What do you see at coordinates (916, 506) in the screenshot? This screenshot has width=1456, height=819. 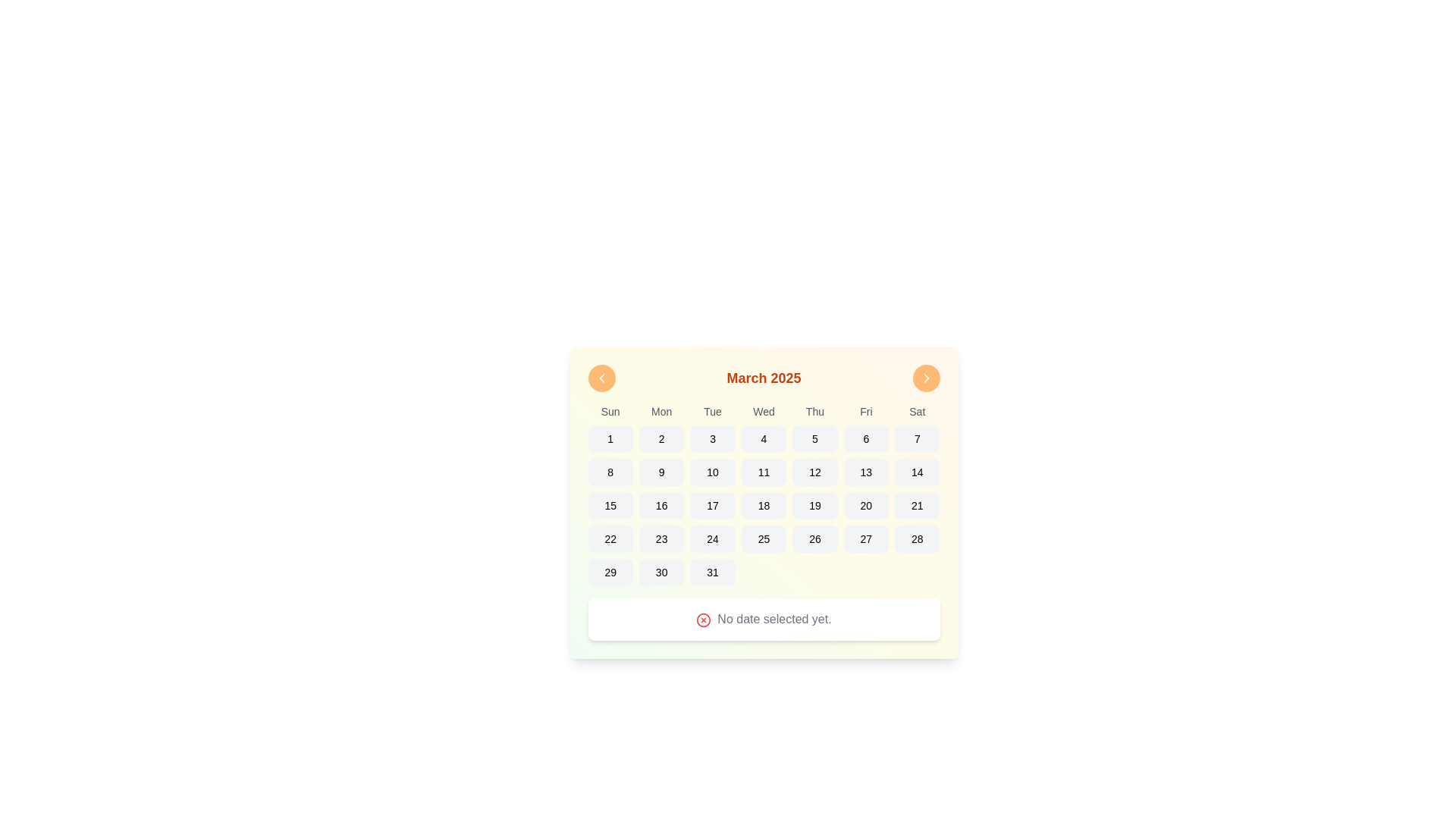 I see `the calendar button representing the date '21' located` at bounding box center [916, 506].